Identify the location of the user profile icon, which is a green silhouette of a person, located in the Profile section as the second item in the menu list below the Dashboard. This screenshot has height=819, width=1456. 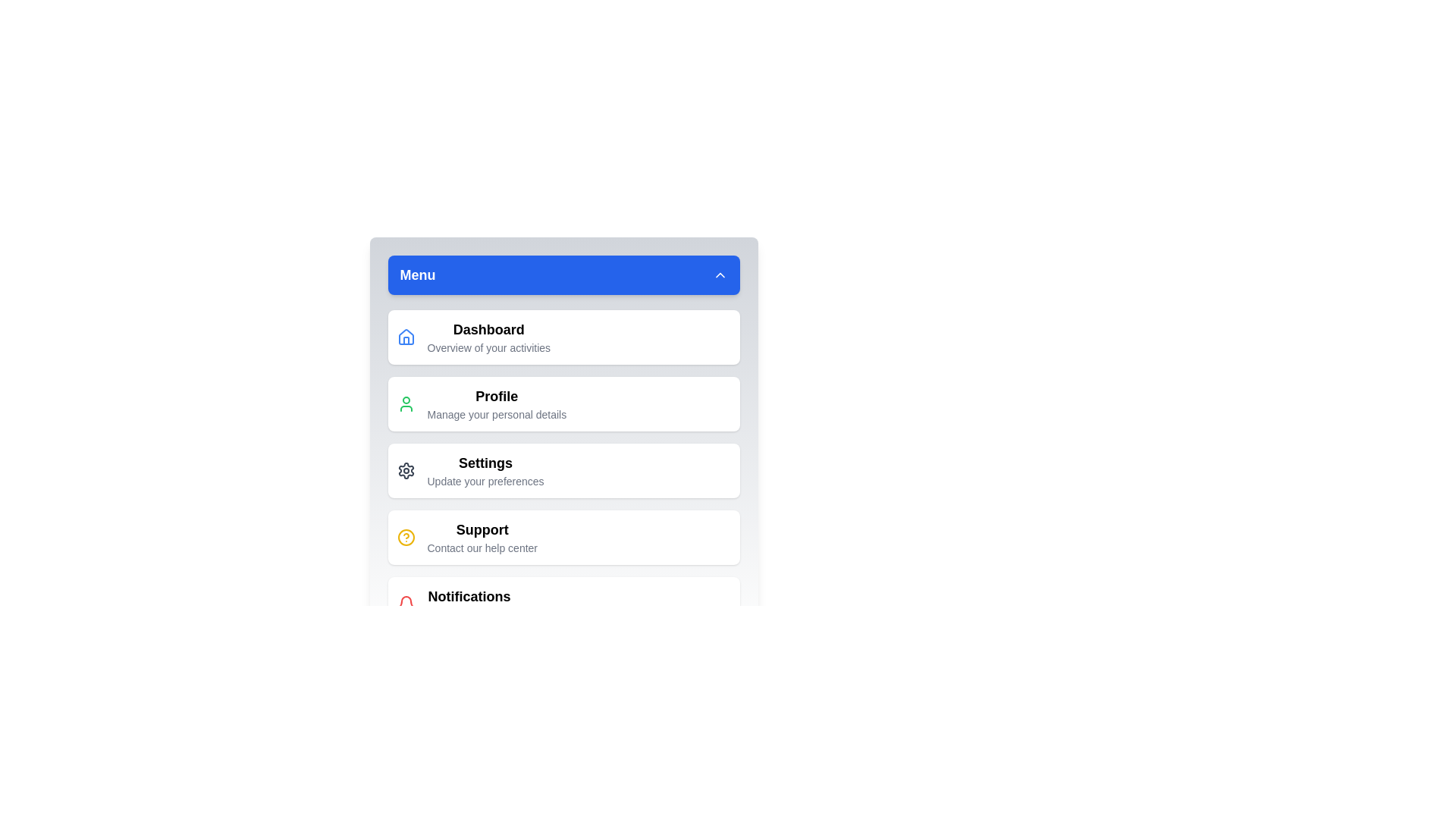
(406, 403).